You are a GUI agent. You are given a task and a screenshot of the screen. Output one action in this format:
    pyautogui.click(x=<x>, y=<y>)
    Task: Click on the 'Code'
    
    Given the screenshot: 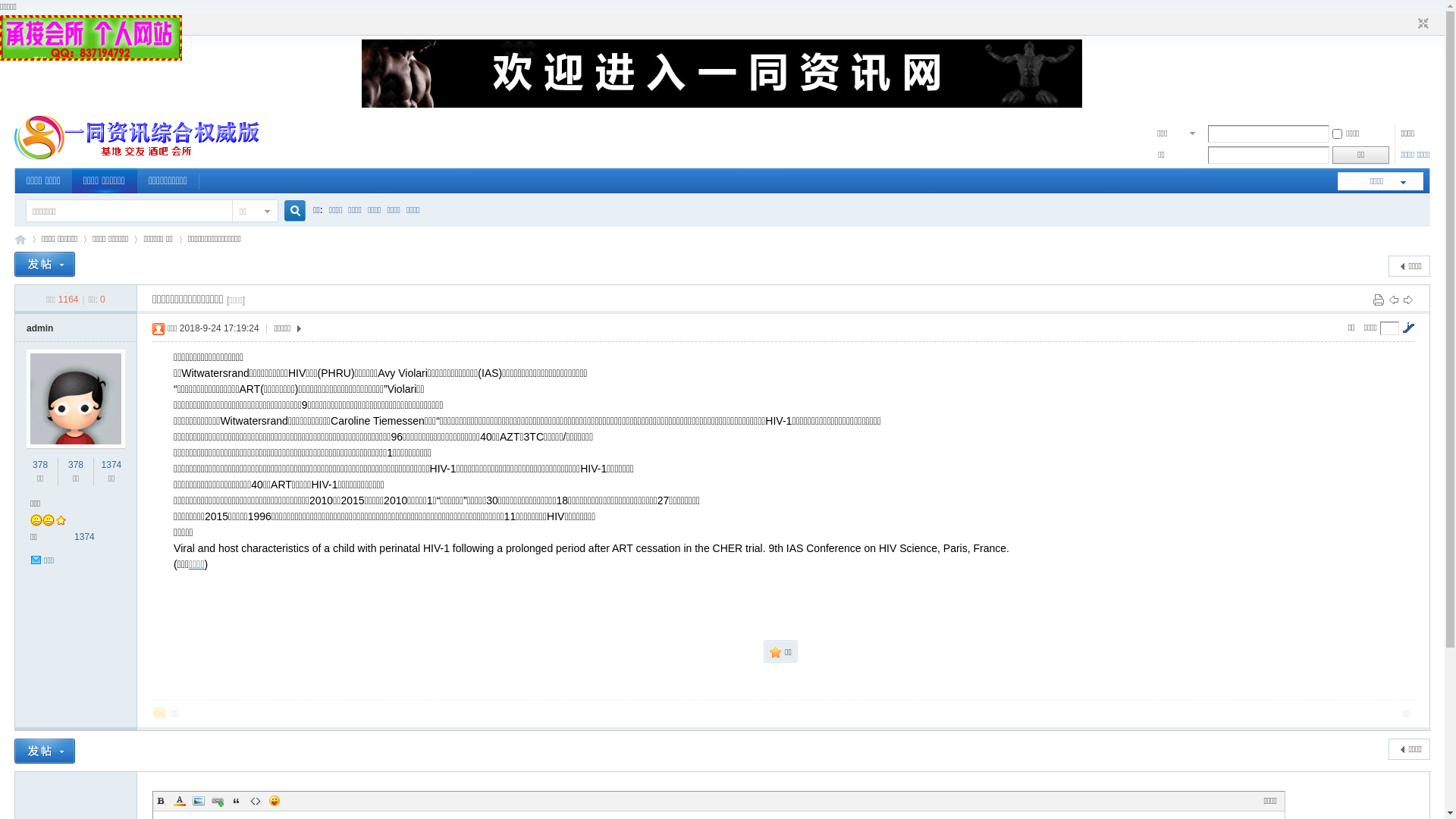 What is the action you would take?
    pyautogui.click(x=255, y=800)
    